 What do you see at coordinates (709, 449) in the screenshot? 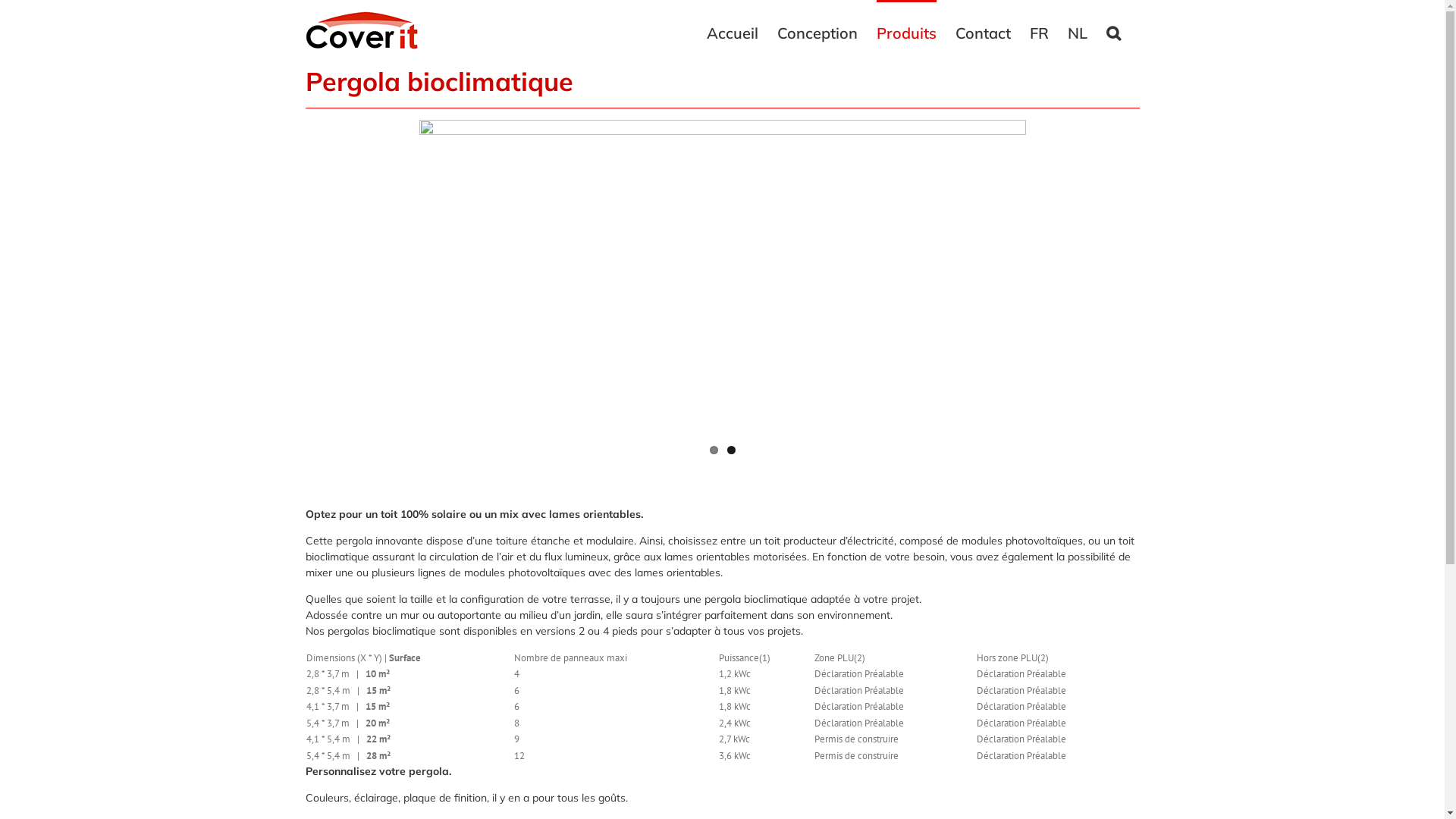
I see `'1'` at bounding box center [709, 449].